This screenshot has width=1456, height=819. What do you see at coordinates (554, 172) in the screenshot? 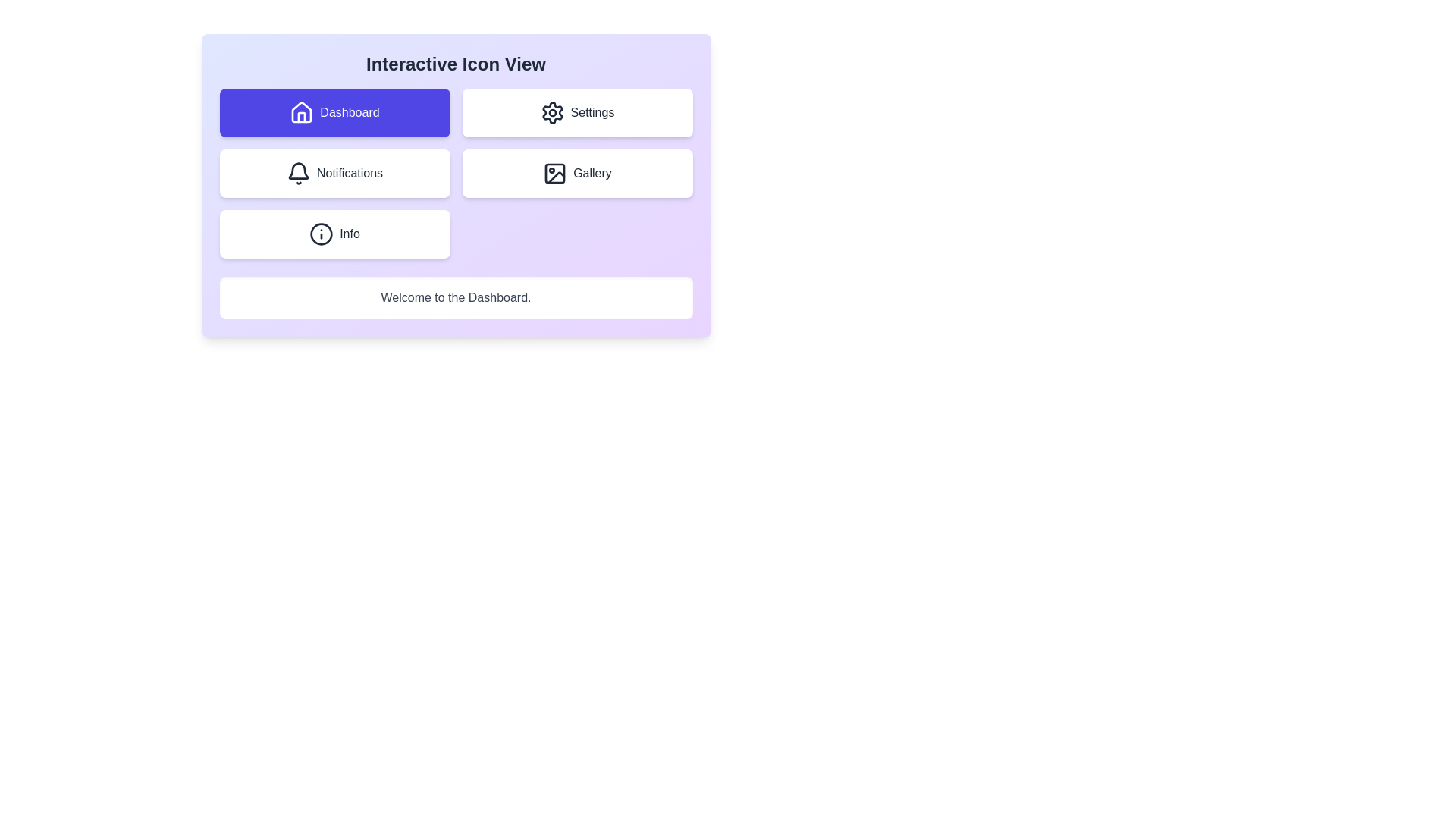
I see `the light gray rectangle with rounded corners that is part of the 'Gallery' button, located in the second row, second column of the grid layout` at bounding box center [554, 172].